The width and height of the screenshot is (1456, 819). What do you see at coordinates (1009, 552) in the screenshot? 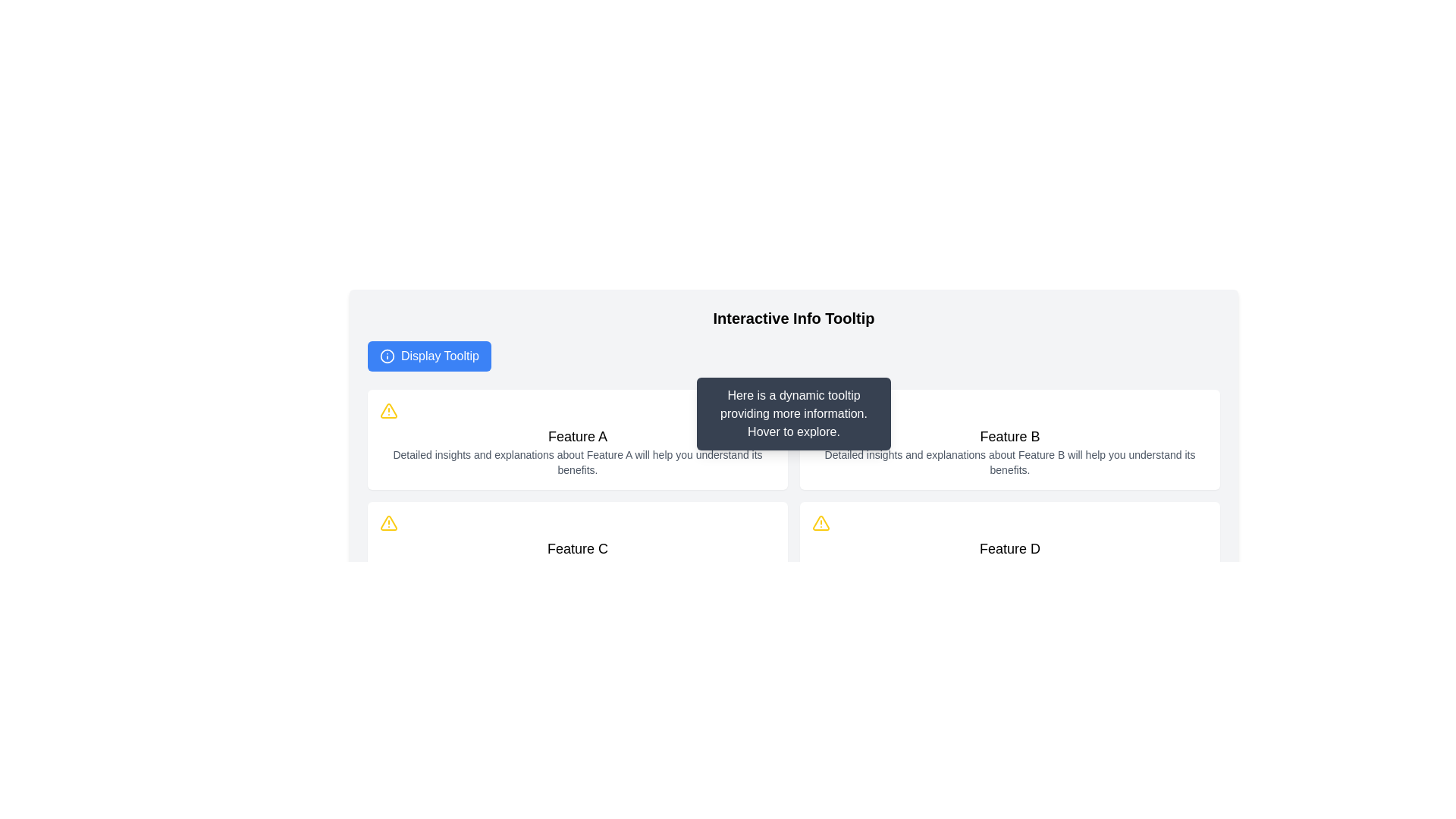
I see `the Informational Card labeled 'Feature D' which is styled with a bold title and a detailed description, located in the second row, second column of the grid layout` at bounding box center [1009, 552].